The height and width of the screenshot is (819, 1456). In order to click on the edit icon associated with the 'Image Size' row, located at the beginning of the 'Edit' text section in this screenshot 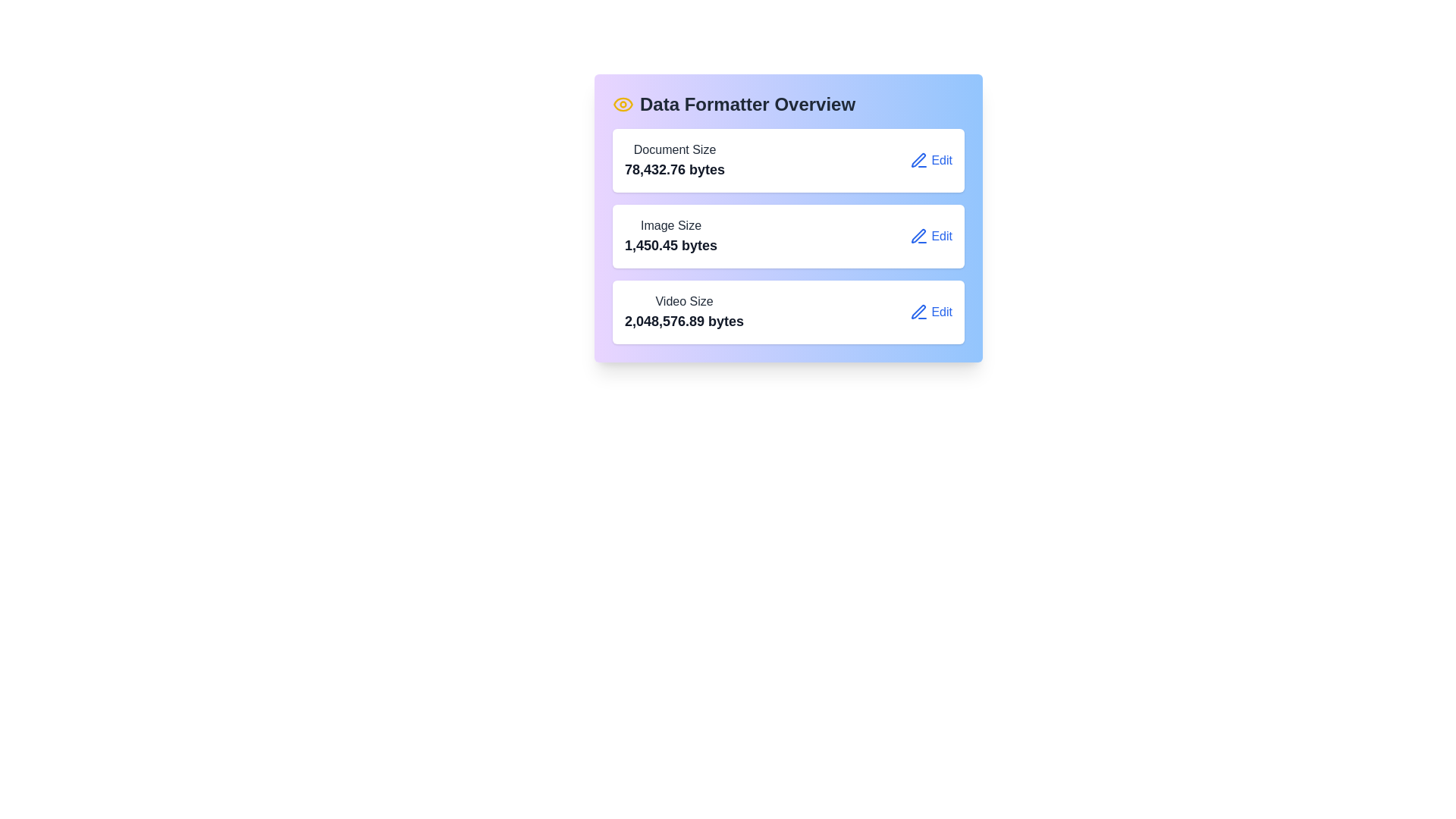, I will do `click(918, 237)`.